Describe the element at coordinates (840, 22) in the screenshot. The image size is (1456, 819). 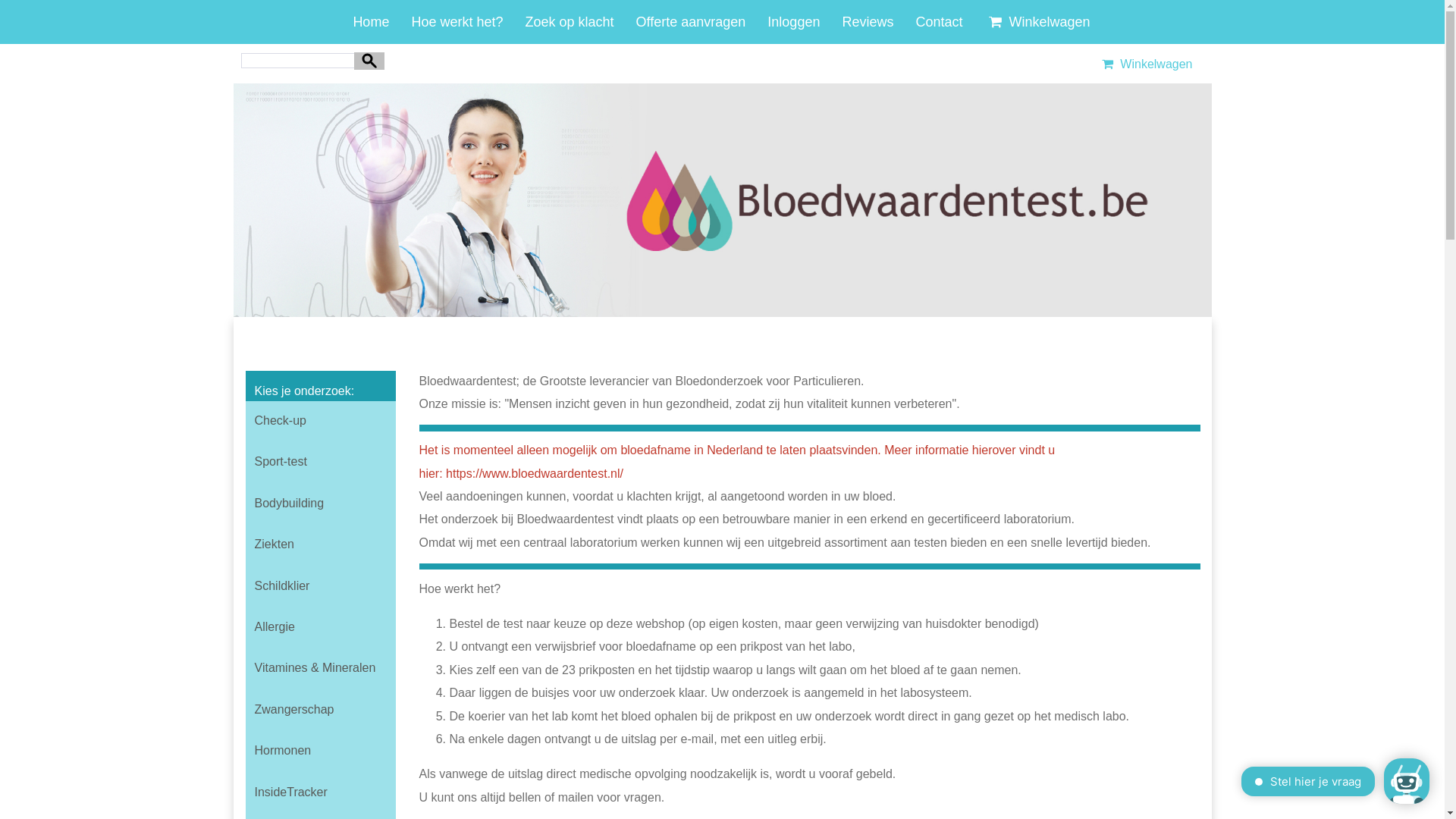
I see `'Reviews'` at that location.